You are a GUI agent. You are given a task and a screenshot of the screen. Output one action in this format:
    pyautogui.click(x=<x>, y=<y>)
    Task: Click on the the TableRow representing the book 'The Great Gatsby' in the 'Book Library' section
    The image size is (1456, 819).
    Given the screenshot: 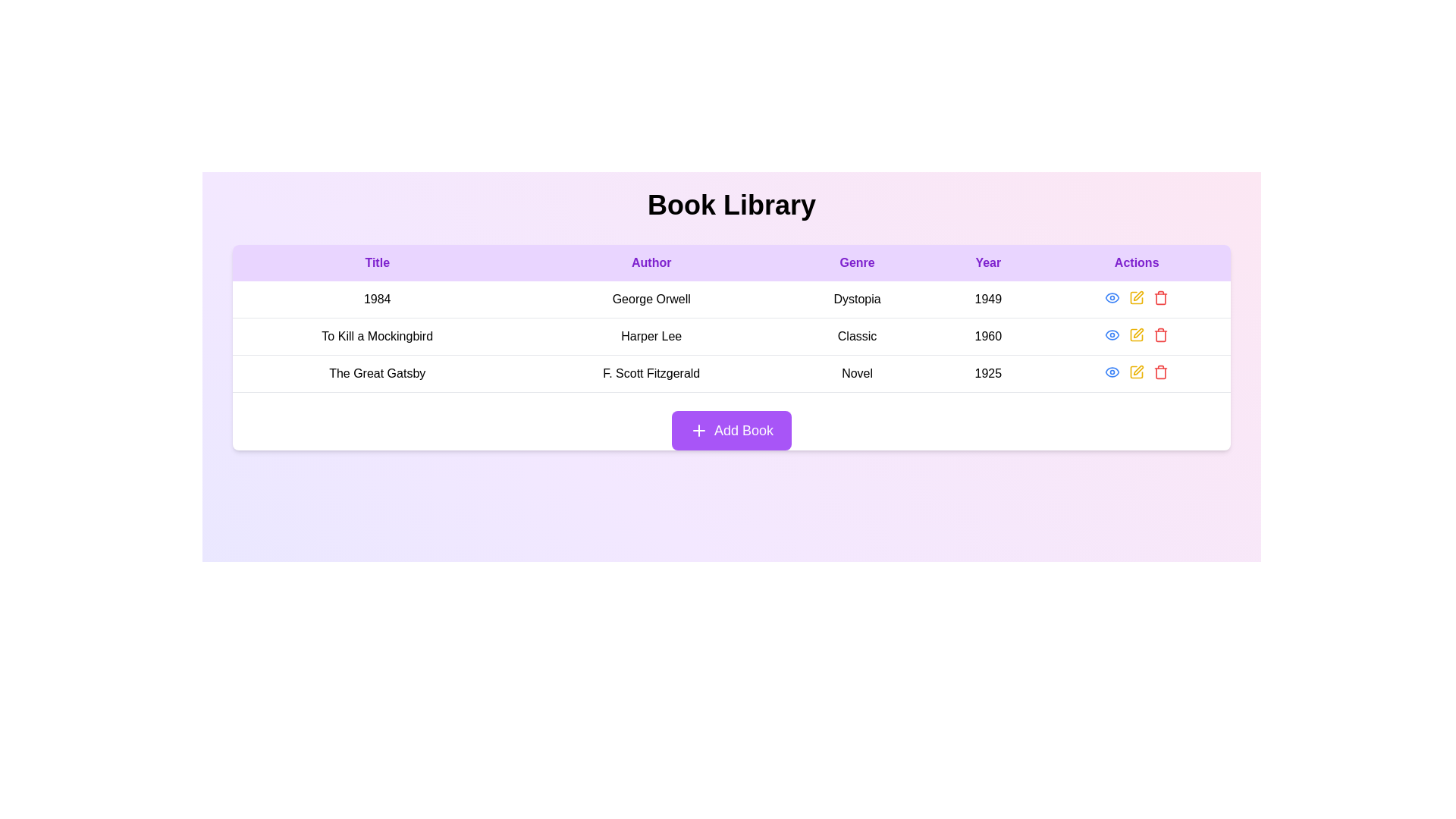 What is the action you would take?
    pyautogui.click(x=731, y=374)
    